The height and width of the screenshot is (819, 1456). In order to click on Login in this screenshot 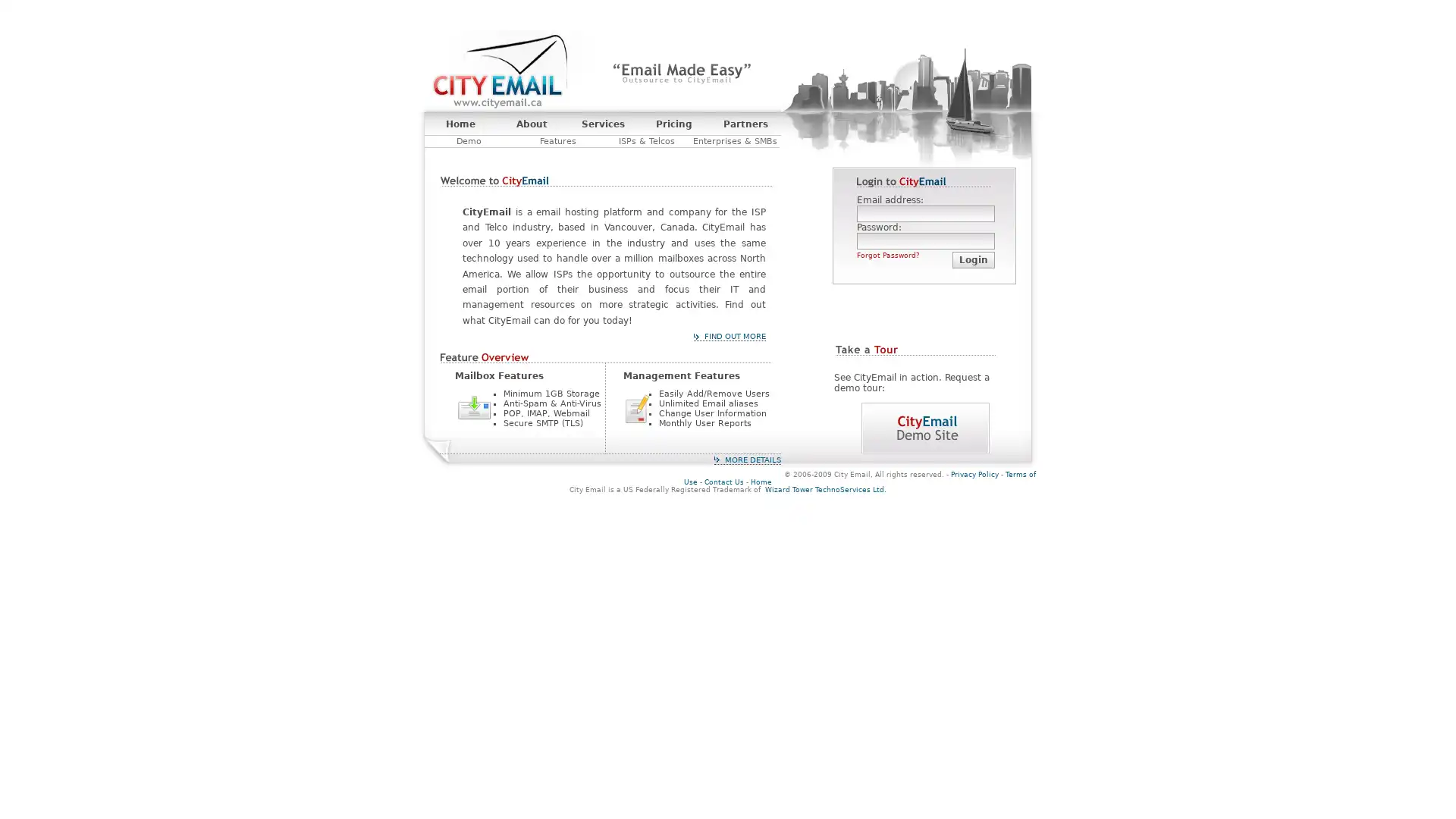, I will do `click(973, 259)`.